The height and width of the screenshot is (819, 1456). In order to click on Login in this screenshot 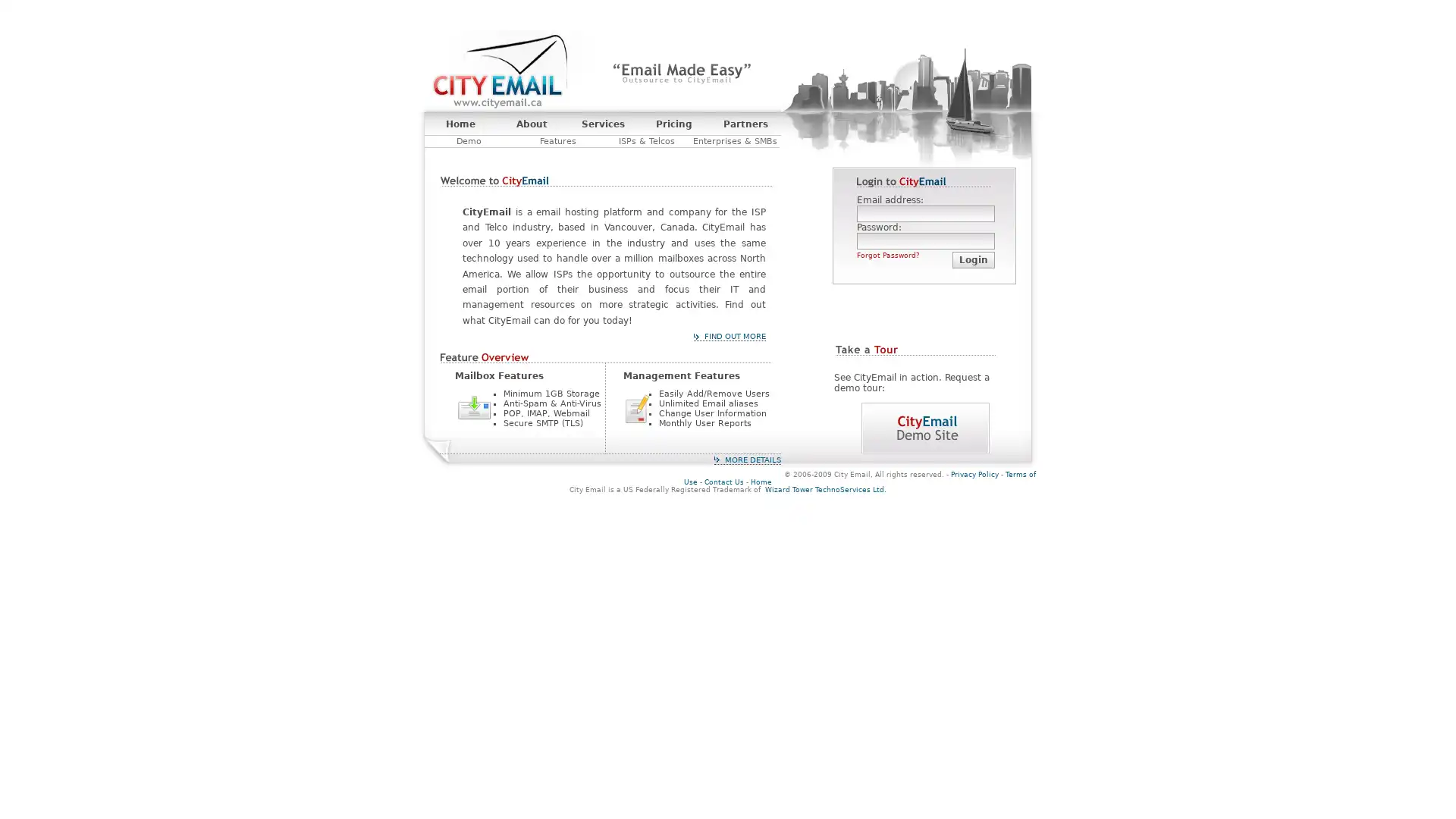, I will do `click(973, 259)`.